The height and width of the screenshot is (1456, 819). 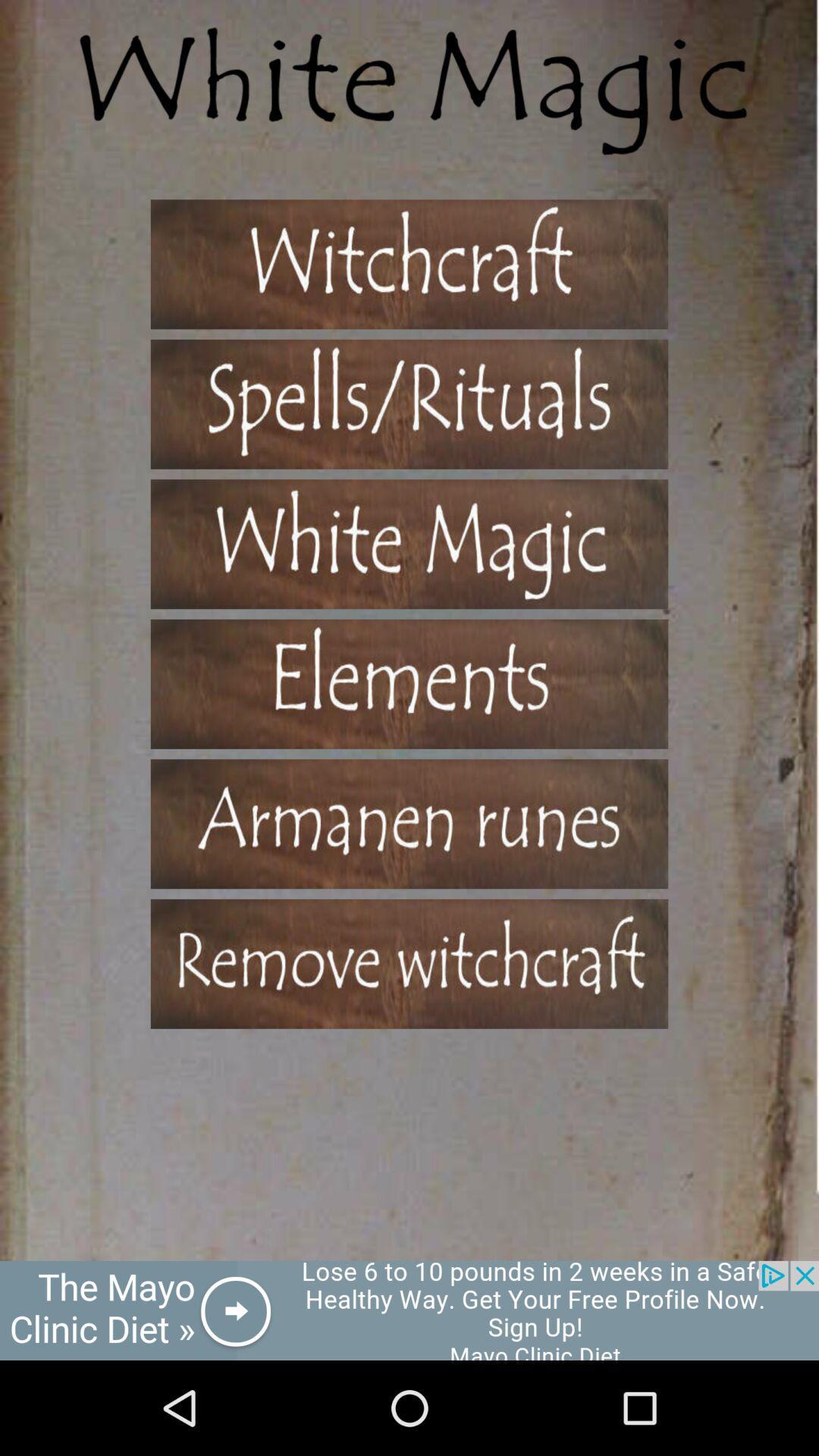 What do you see at coordinates (409, 264) in the screenshot?
I see `page` at bounding box center [409, 264].